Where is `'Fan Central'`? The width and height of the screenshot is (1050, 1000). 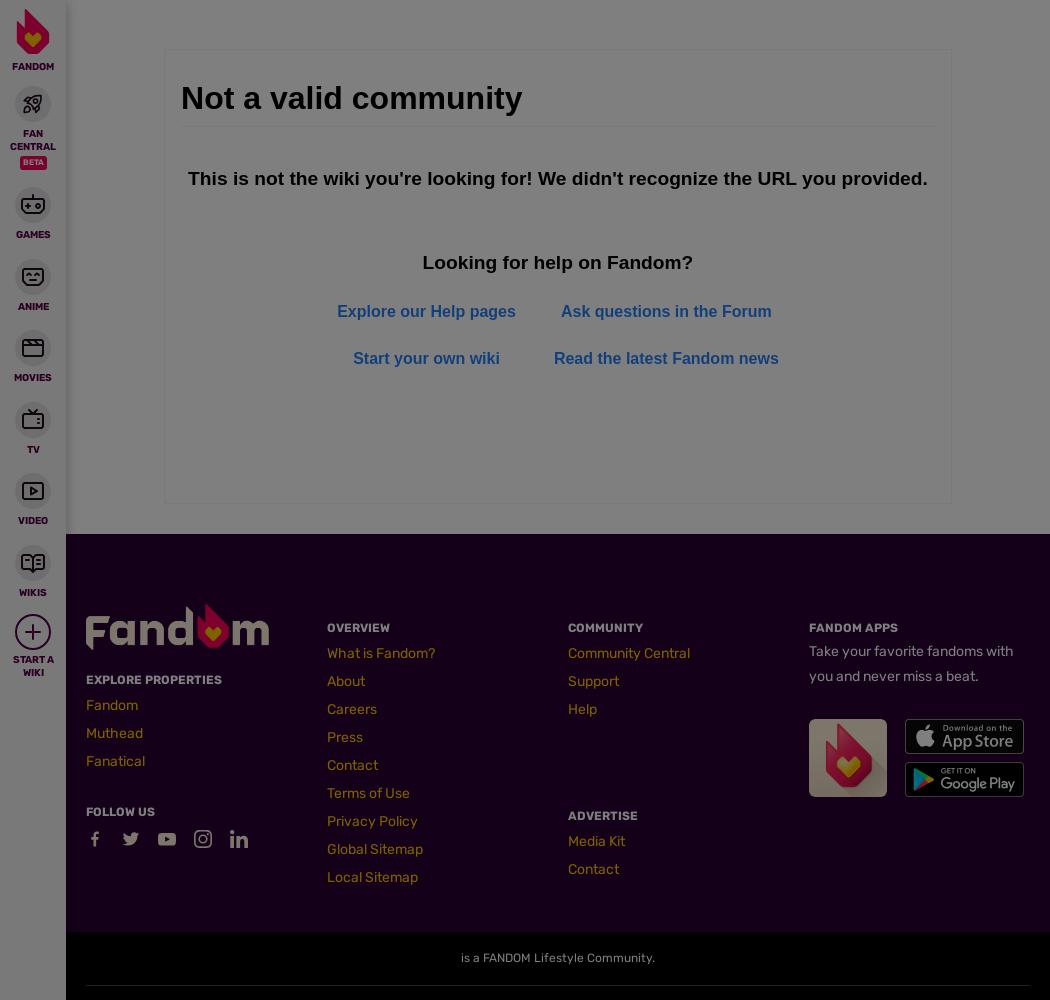 'Fan Central' is located at coordinates (32, 140).